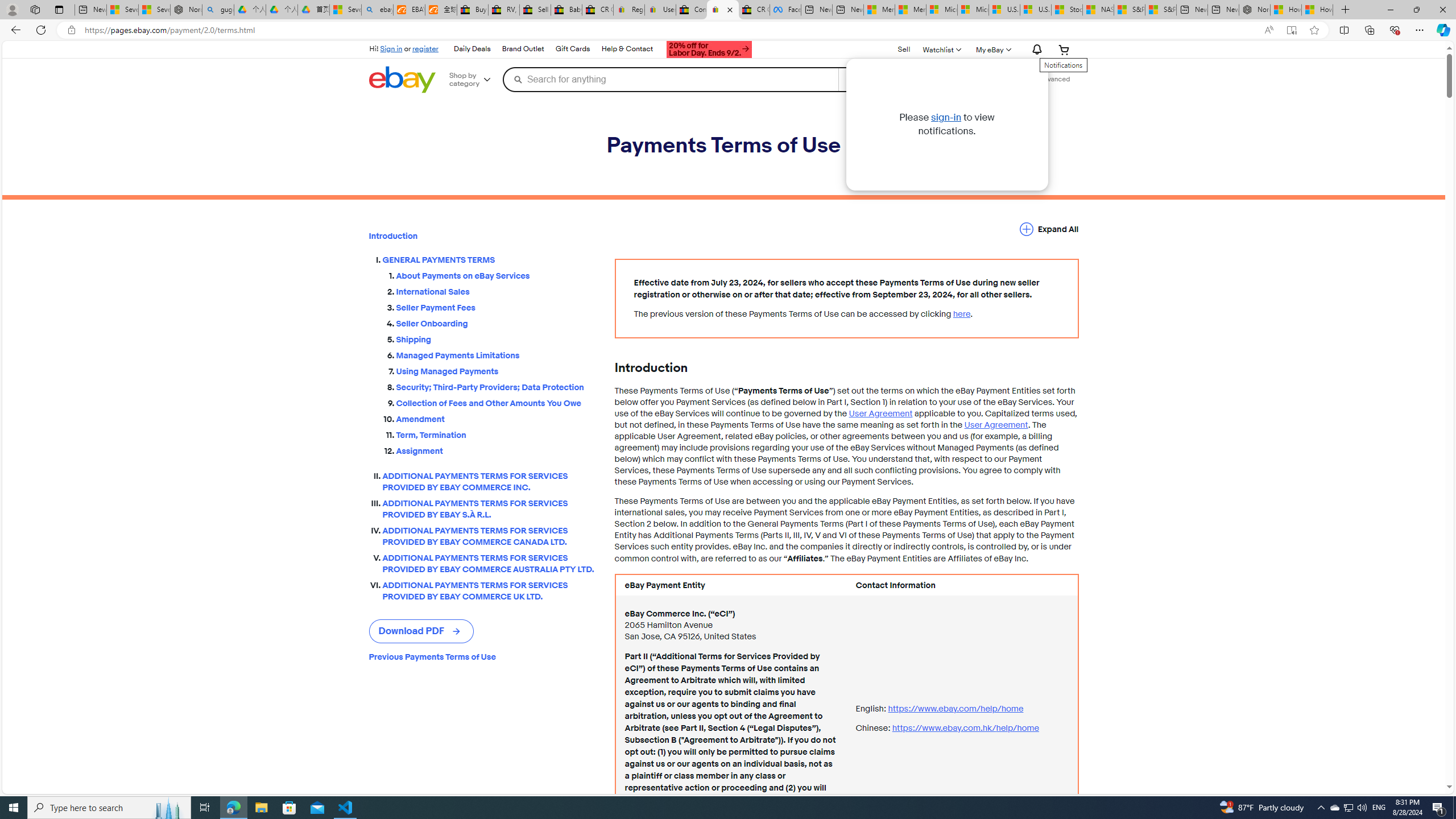 The height and width of the screenshot is (819, 1456). I want to click on 'Amendment', so click(496, 419).